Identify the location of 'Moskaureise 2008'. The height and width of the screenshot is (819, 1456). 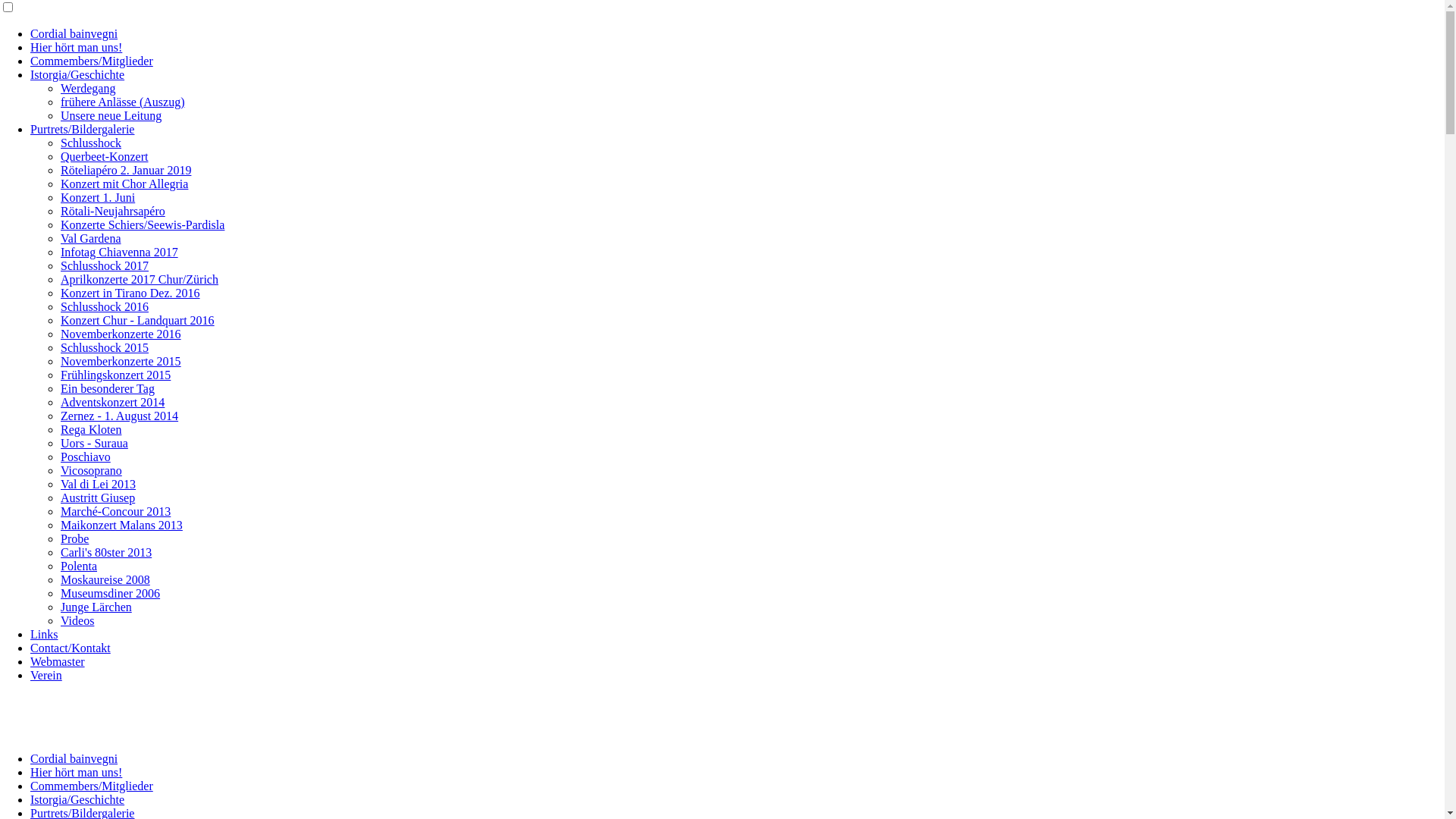
(105, 579).